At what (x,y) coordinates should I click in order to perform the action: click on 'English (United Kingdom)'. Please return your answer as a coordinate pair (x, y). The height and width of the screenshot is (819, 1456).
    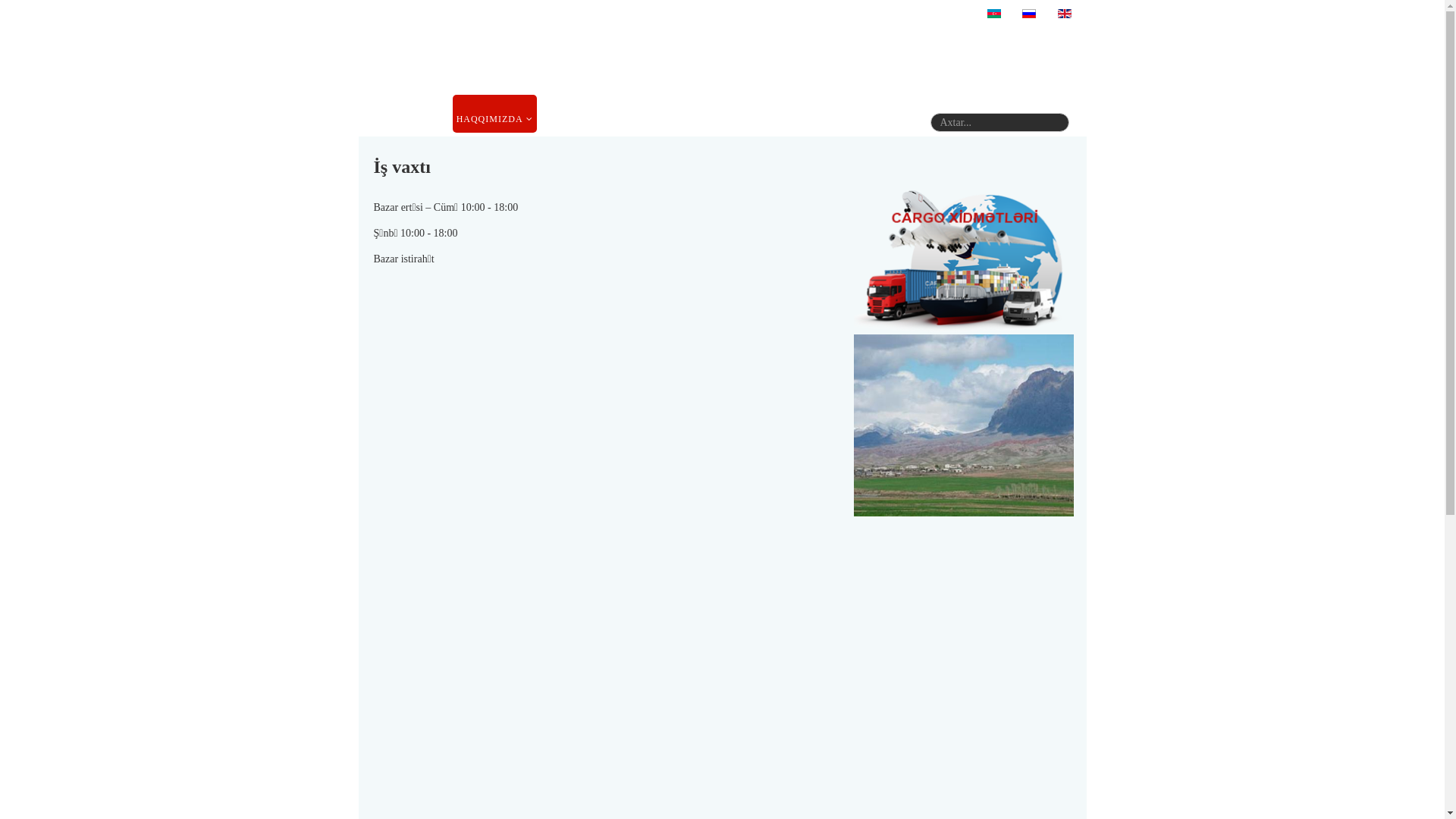
    Looking at the image, I should click on (1056, 14).